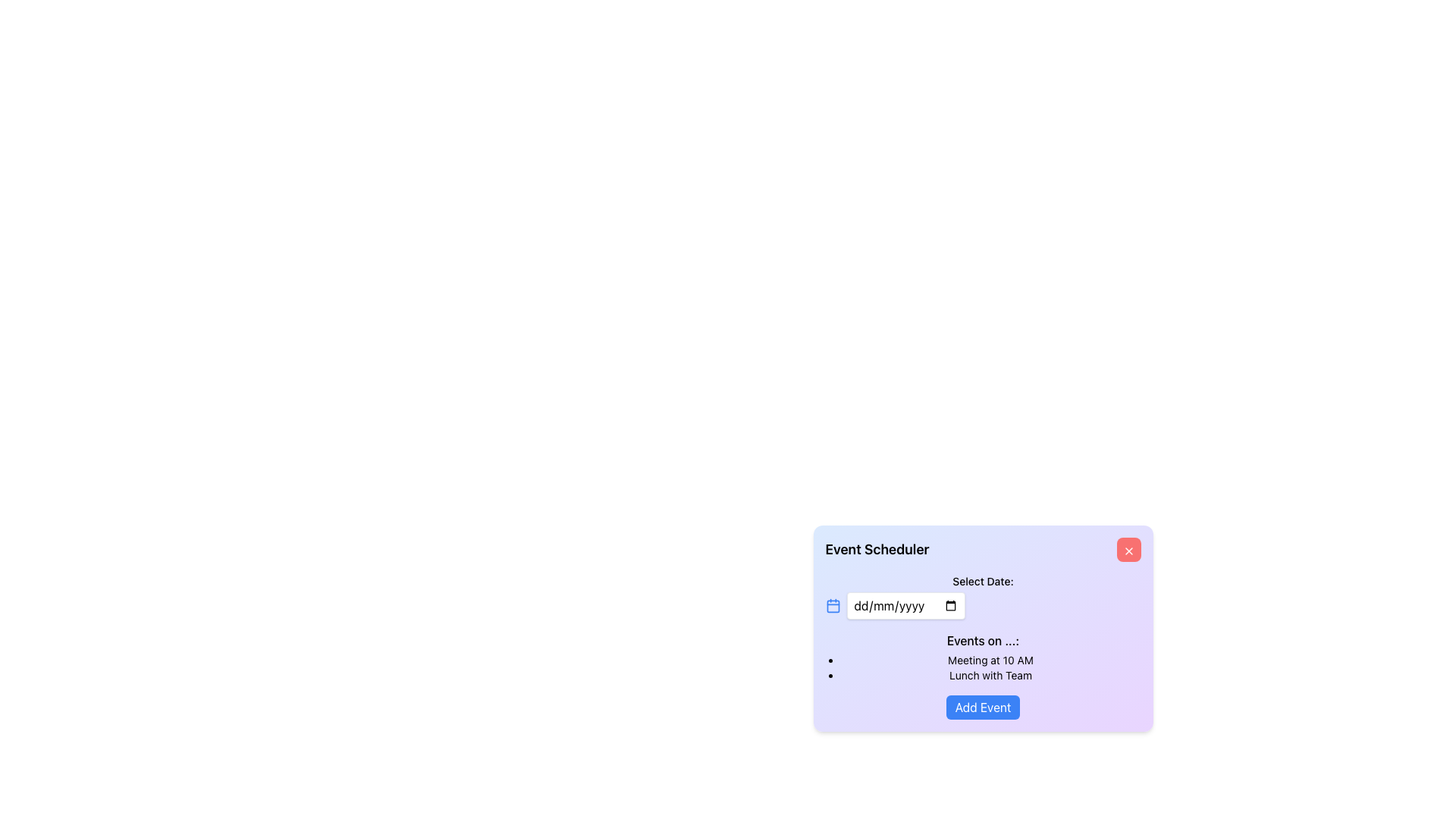  What do you see at coordinates (1128, 551) in the screenshot?
I see `the close button located at the top-right corner of the 'Event Scheduler' card` at bounding box center [1128, 551].